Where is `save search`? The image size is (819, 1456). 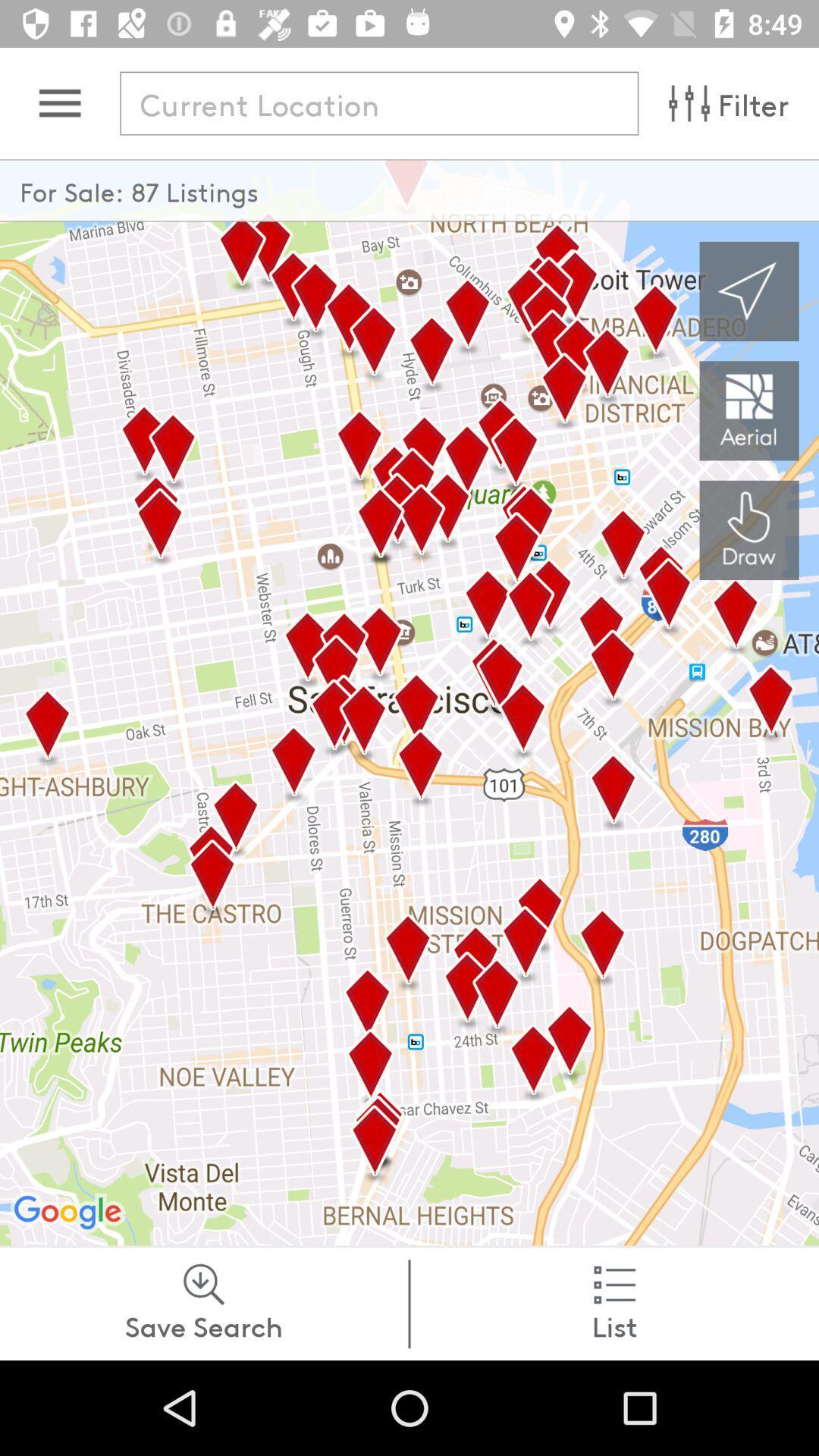
save search is located at coordinates (203, 1303).